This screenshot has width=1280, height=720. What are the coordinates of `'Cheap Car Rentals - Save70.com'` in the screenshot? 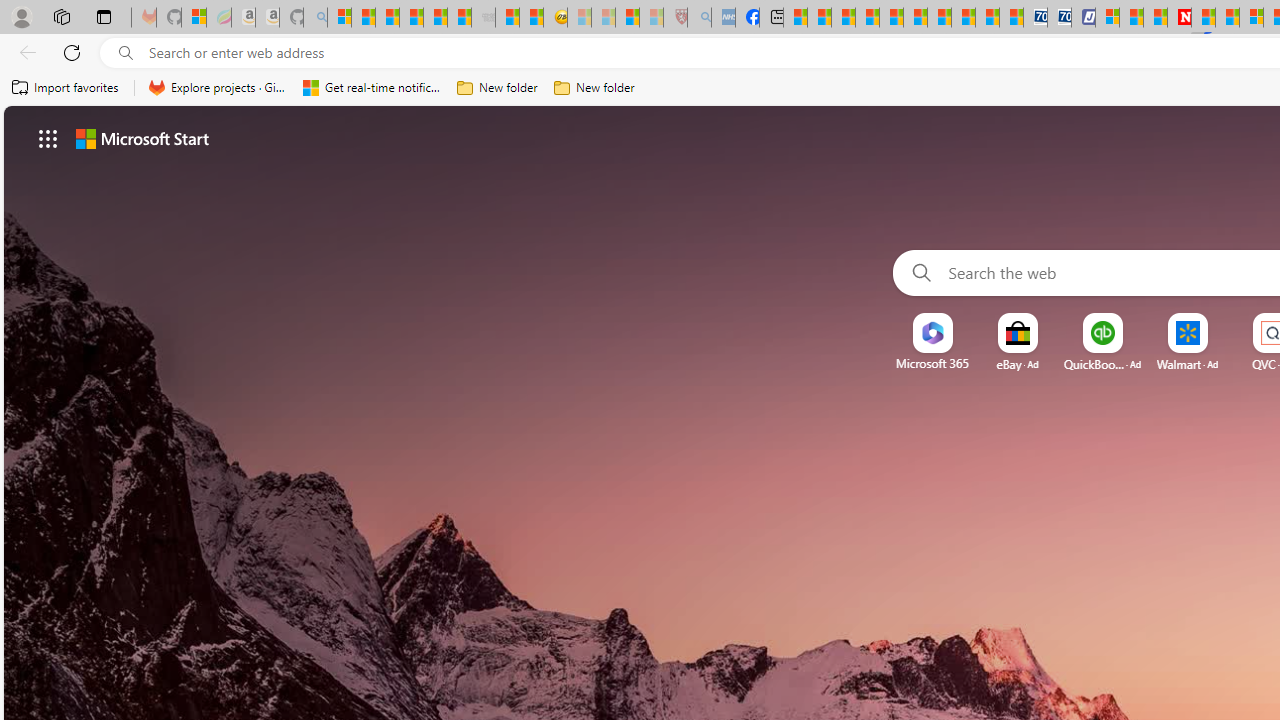 It's located at (1035, 17).